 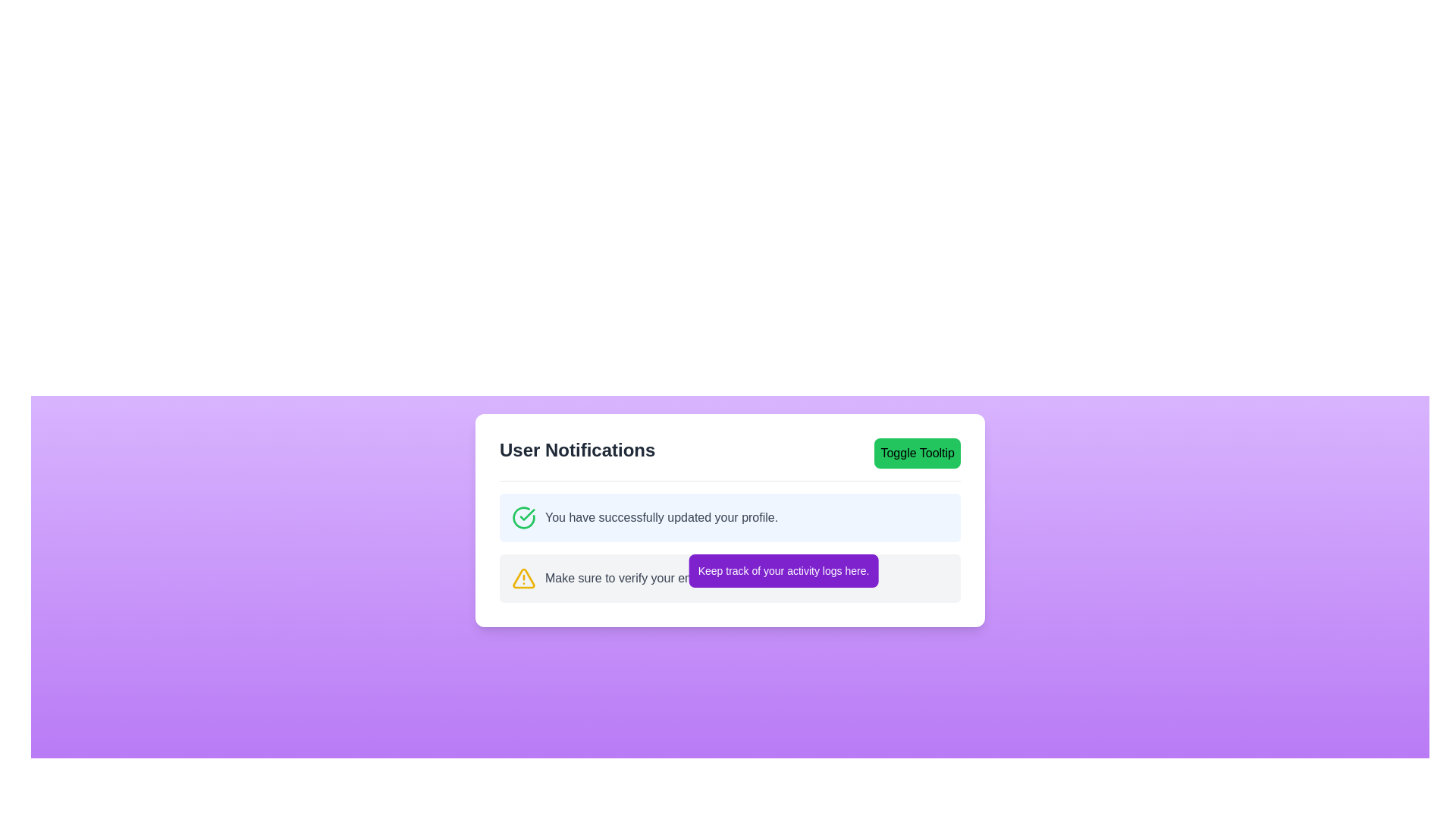 I want to click on the green checkmark icon located on the left side of the text 'You have successfully updated your profile.' in the notification card, so click(x=527, y=513).